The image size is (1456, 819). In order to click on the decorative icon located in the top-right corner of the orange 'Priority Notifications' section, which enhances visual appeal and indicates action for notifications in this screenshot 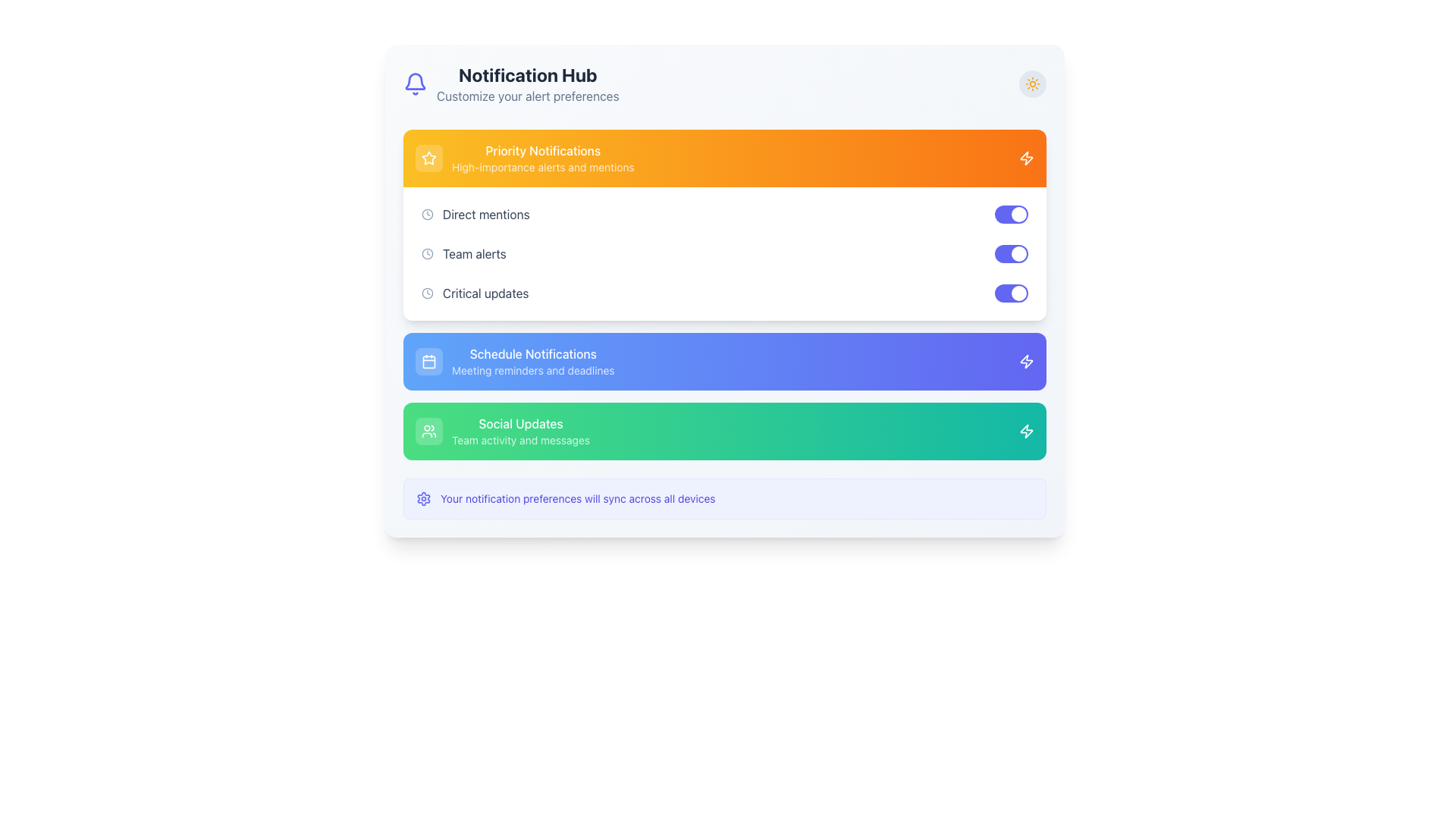, I will do `click(1026, 158)`.